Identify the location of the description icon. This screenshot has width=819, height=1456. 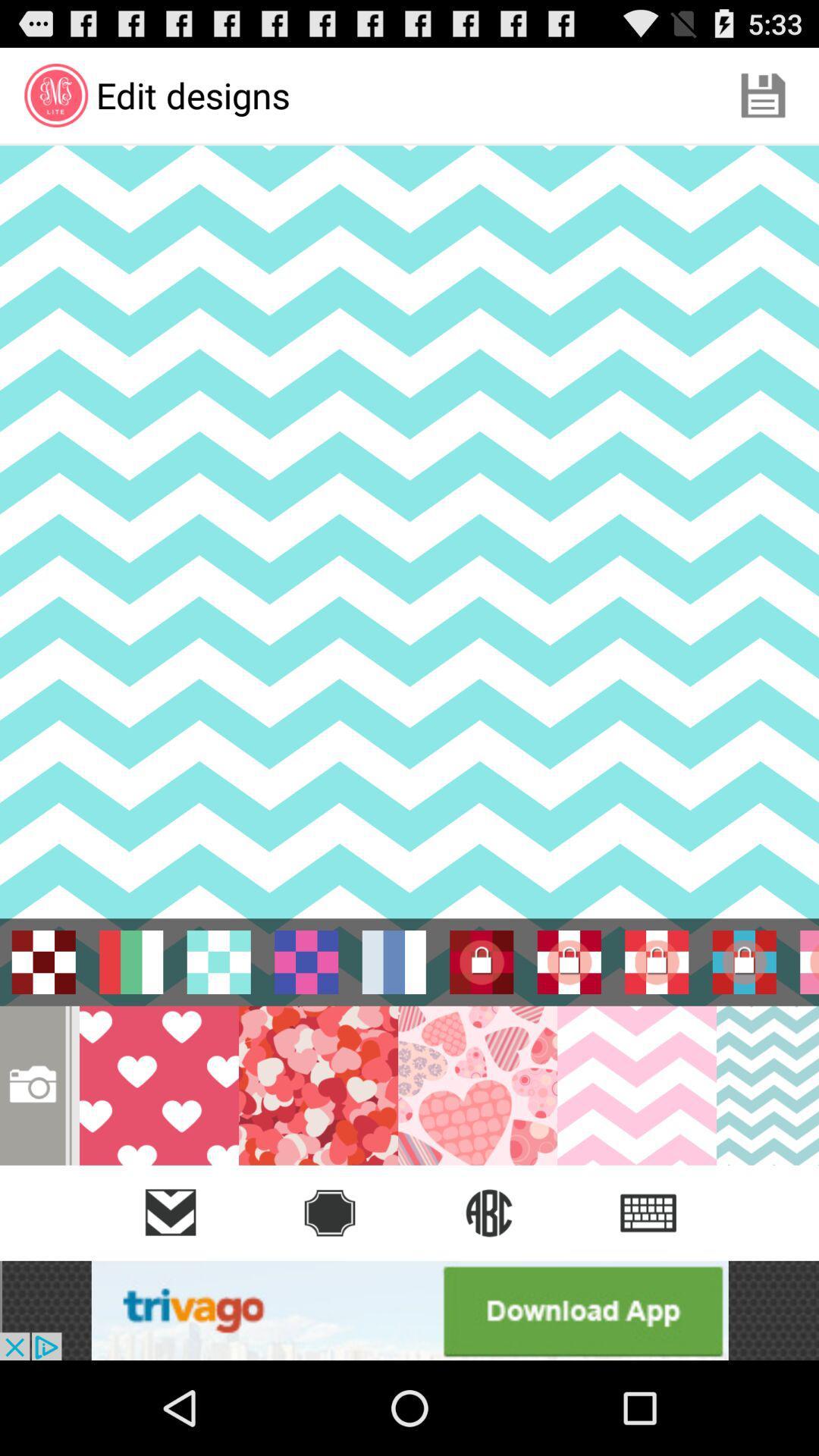
(648, 1212).